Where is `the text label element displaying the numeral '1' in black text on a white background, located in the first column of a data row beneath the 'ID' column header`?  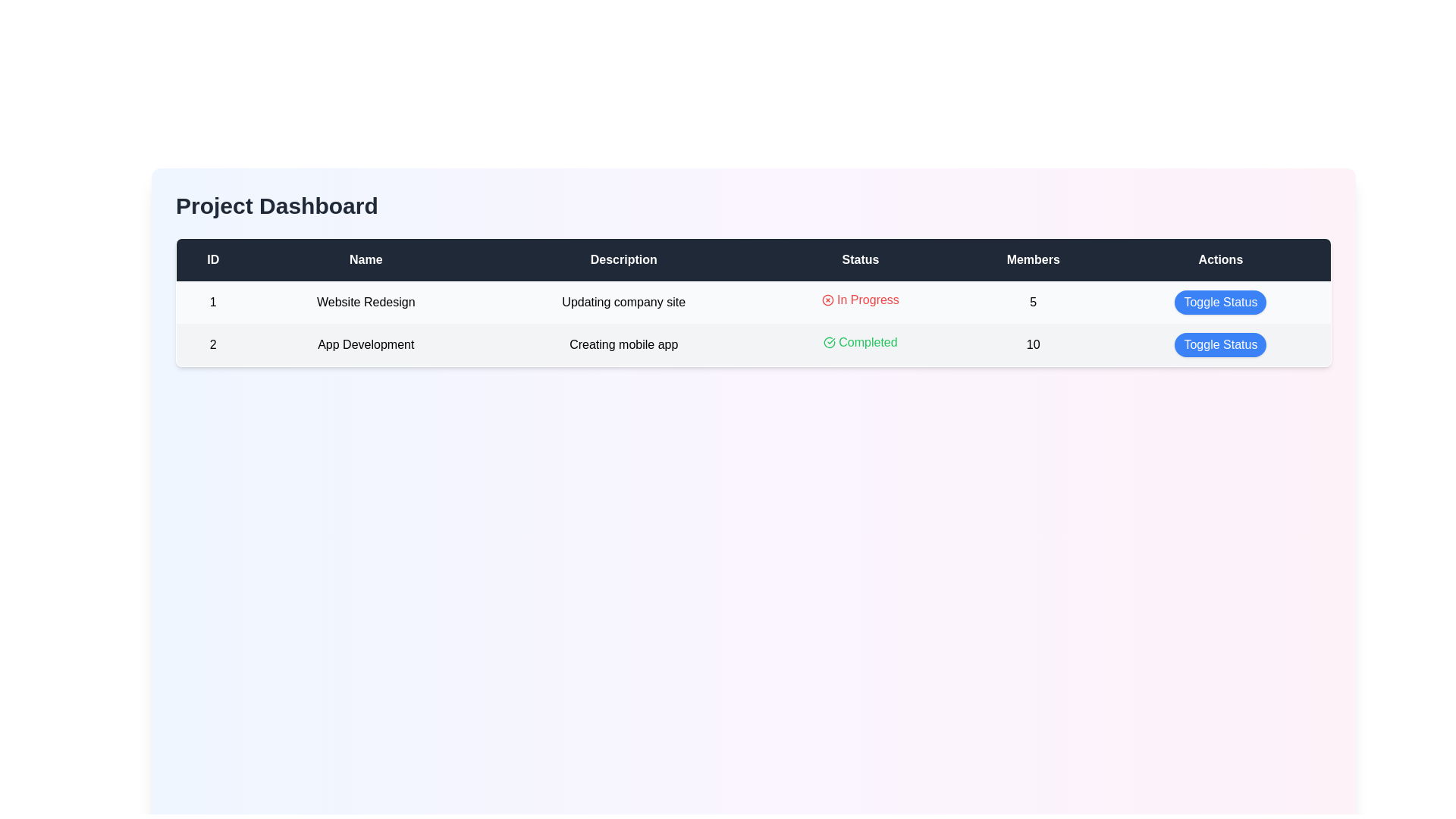
the text label element displaying the numeral '1' in black text on a white background, located in the first column of a data row beneath the 'ID' column header is located at coordinates (212, 302).